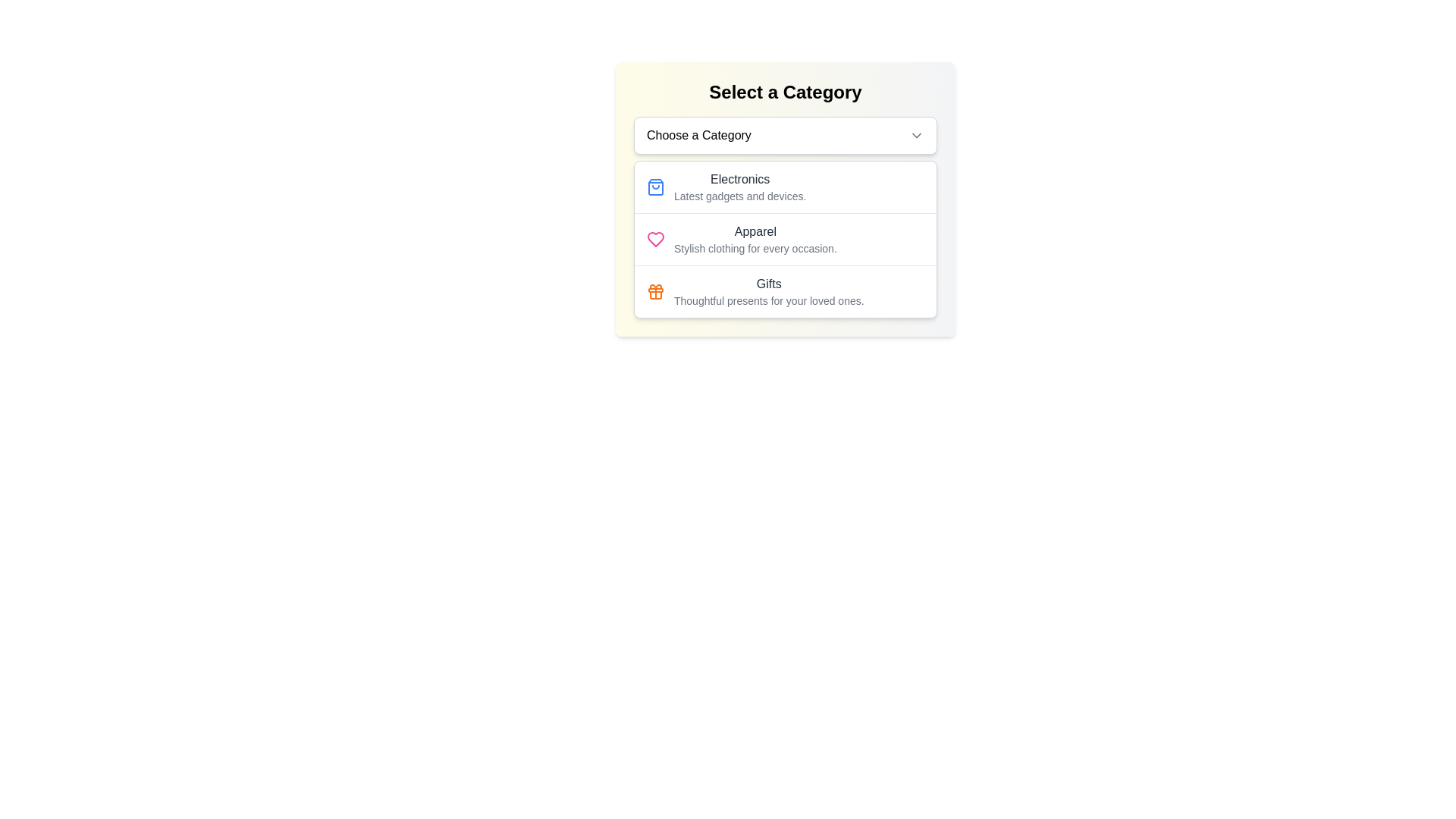  What do you see at coordinates (786, 291) in the screenshot?
I see `the 'Gifts' menu item, which is the third option in the dropdown menu labeled 'Select a Category', featuring an orange gift box icon and the subtitle 'Thoughtful presents for your loved ones.'` at bounding box center [786, 291].